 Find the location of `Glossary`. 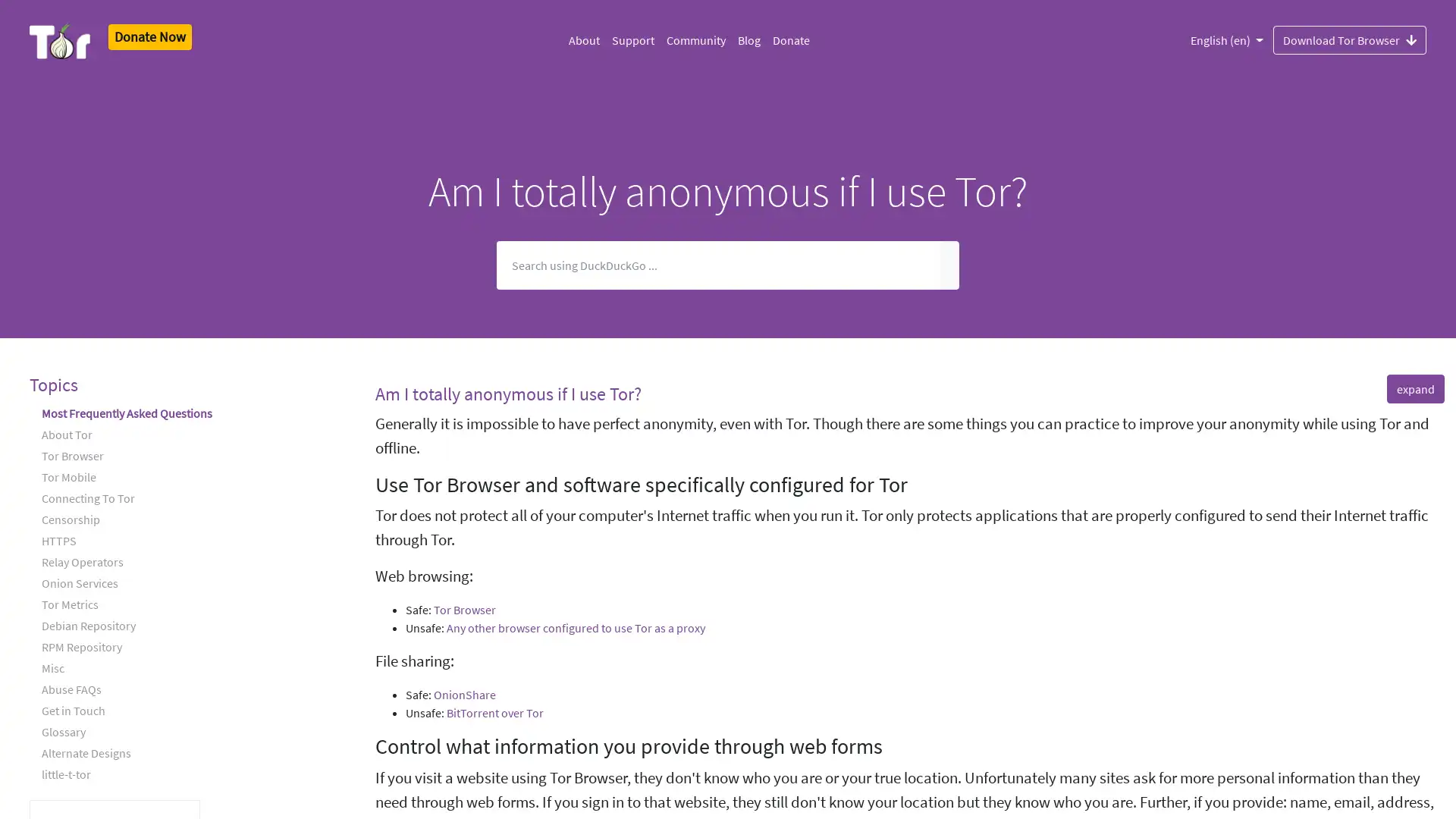

Glossary is located at coordinates (187, 730).